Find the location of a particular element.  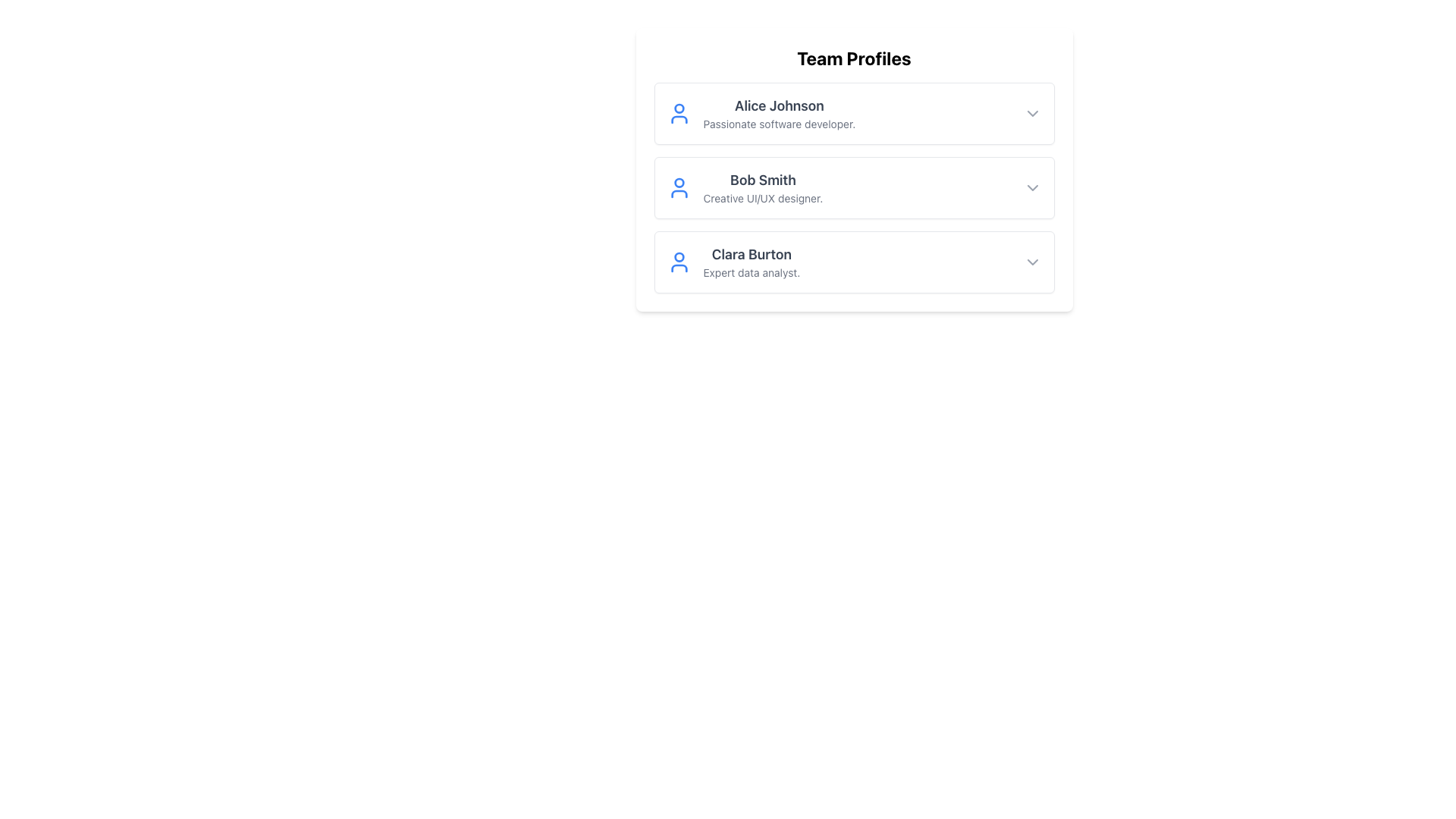

text content of the main title 'Clara Burton' in the third profile card, which is styled in a bold, larger font size and is visually distinct is located at coordinates (752, 253).